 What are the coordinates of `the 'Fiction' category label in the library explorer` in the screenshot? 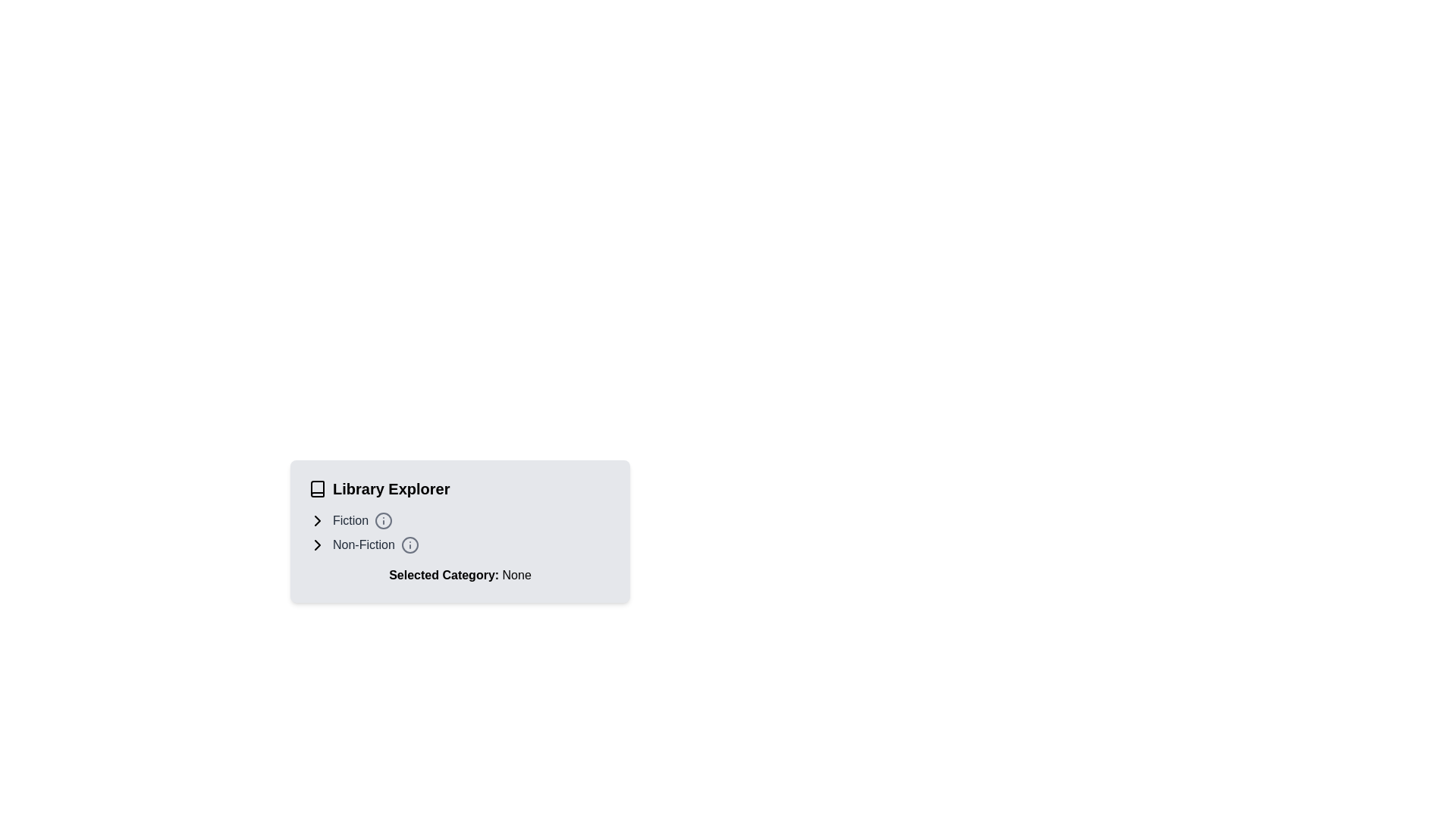 It's located at (350, 519).